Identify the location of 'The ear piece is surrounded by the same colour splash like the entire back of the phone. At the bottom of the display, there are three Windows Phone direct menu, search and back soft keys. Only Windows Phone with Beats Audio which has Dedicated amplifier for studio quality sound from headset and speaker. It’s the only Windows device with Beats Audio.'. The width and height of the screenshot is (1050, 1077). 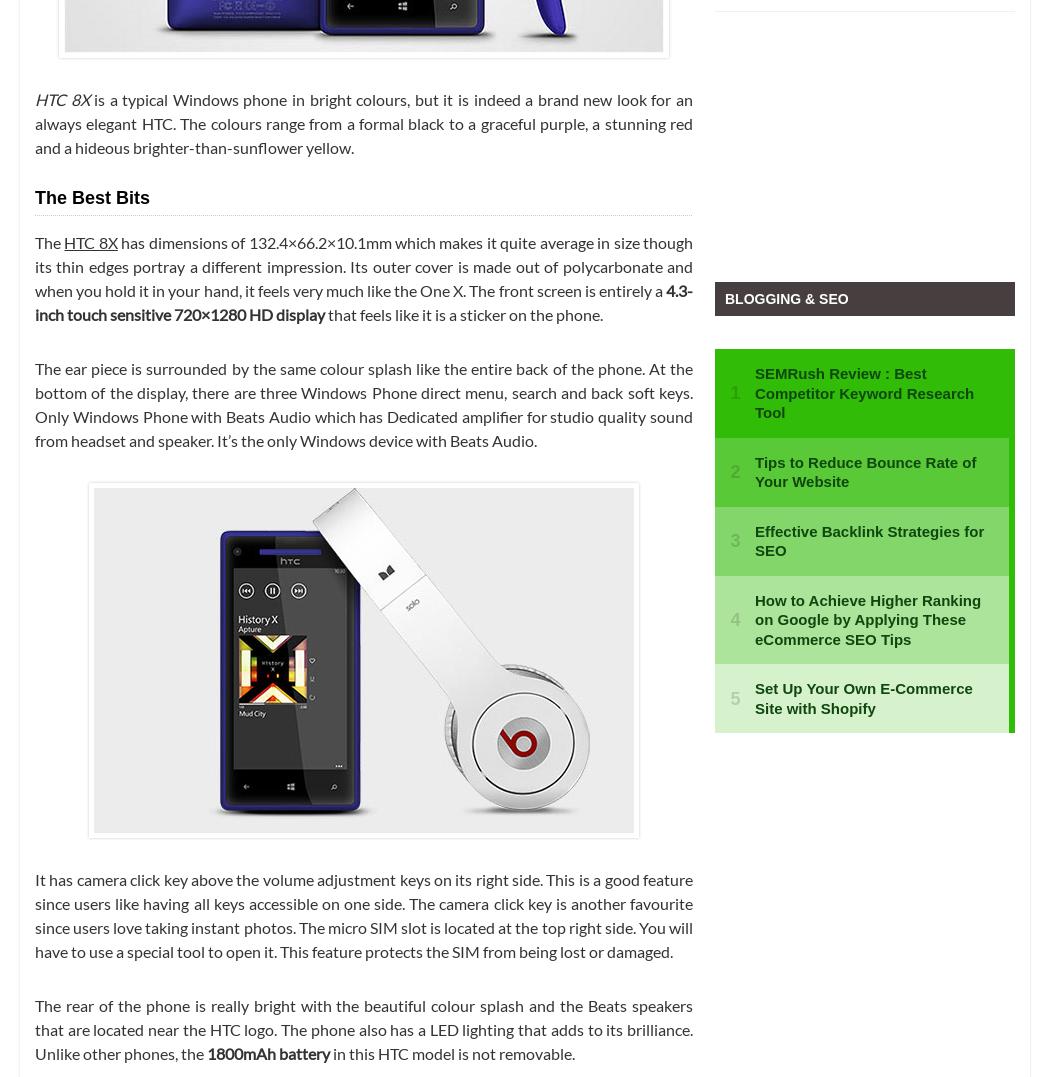
(363, 403).